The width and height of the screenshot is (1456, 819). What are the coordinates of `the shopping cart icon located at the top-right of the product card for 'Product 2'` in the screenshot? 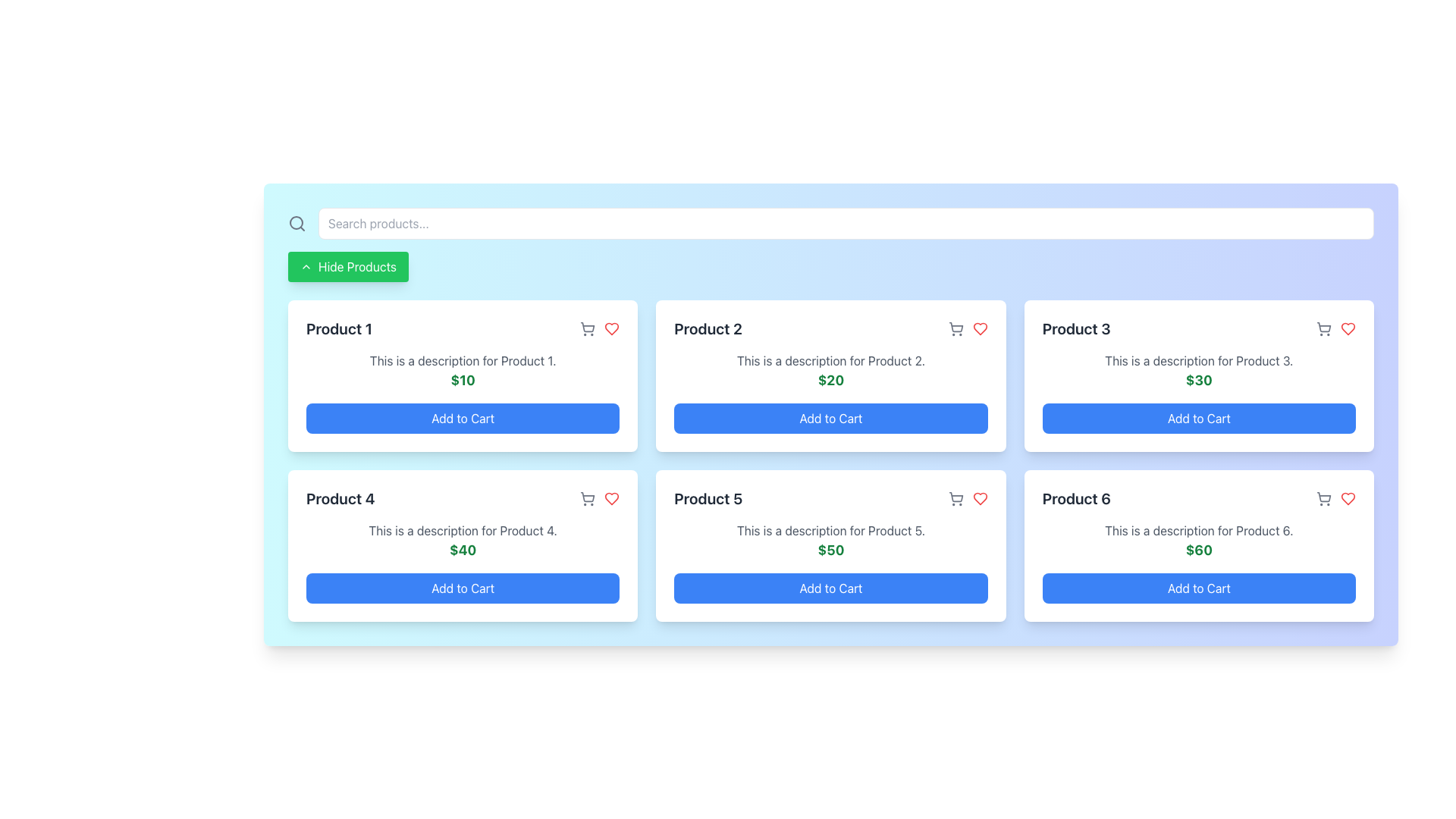 It's located at (954, 326).